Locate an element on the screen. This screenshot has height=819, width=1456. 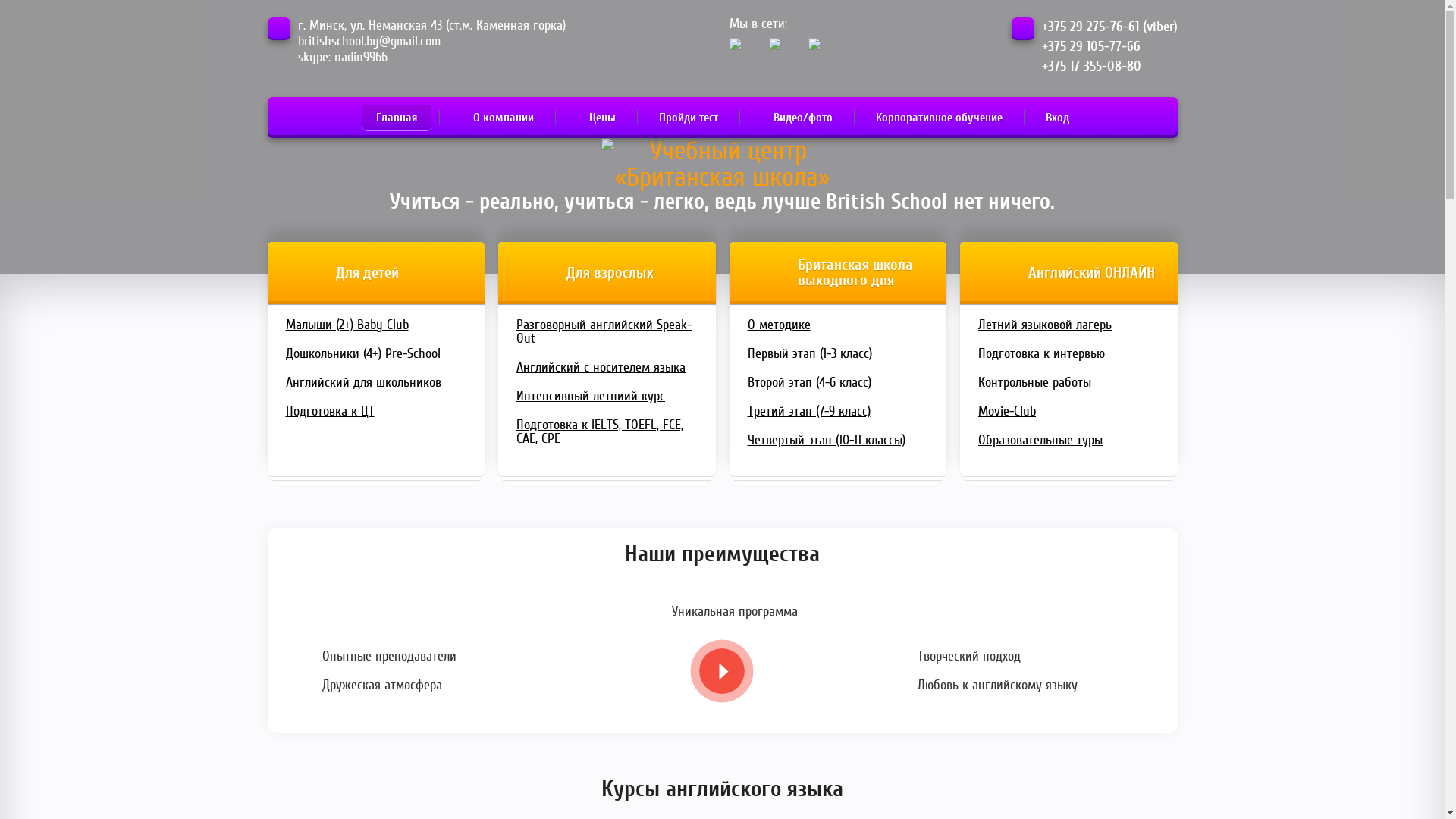
'+375 17 355-08-80' is located at coordinates (1090, 65).